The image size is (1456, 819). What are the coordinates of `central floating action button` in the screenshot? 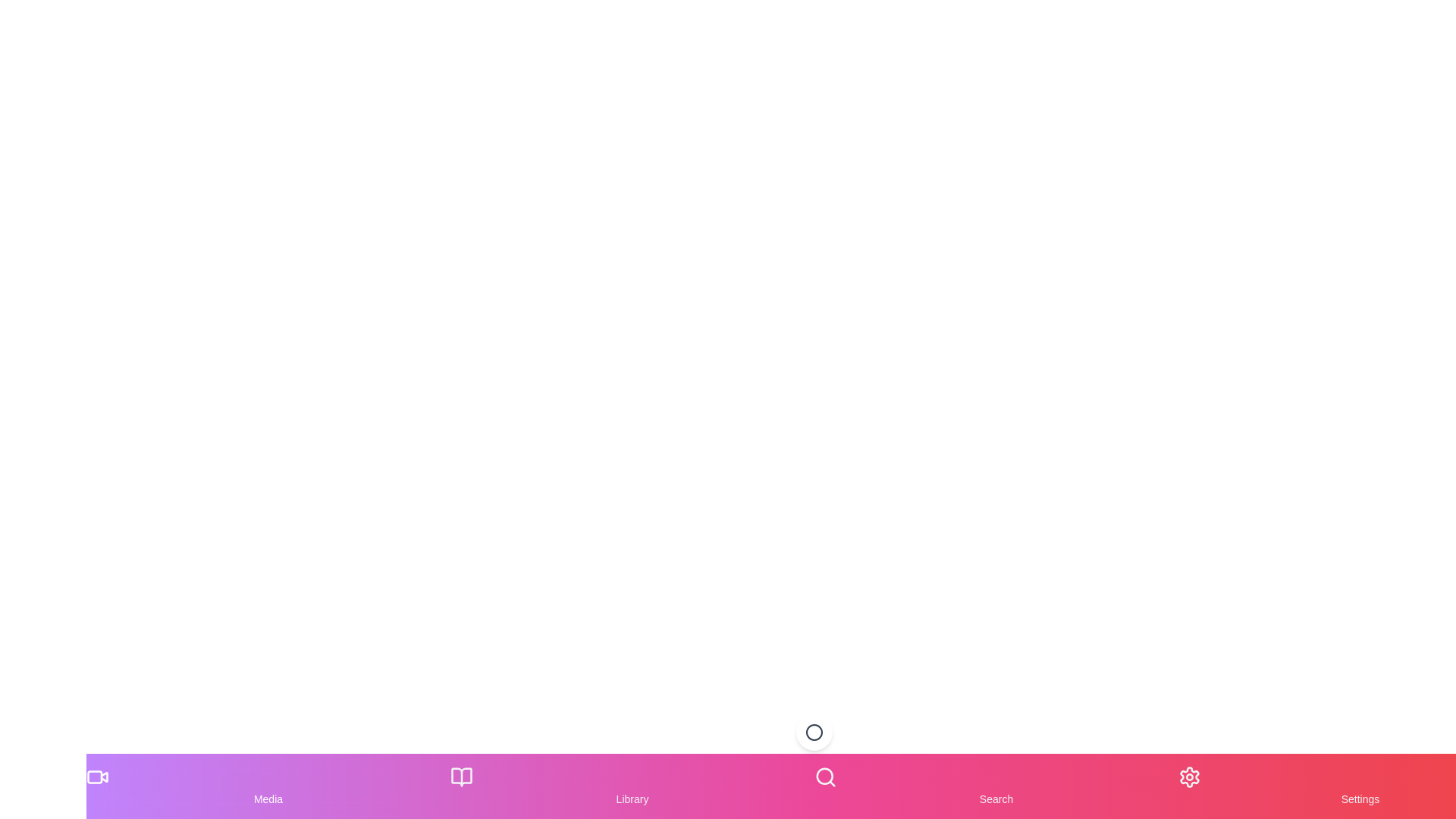 It's located at (814, 731).